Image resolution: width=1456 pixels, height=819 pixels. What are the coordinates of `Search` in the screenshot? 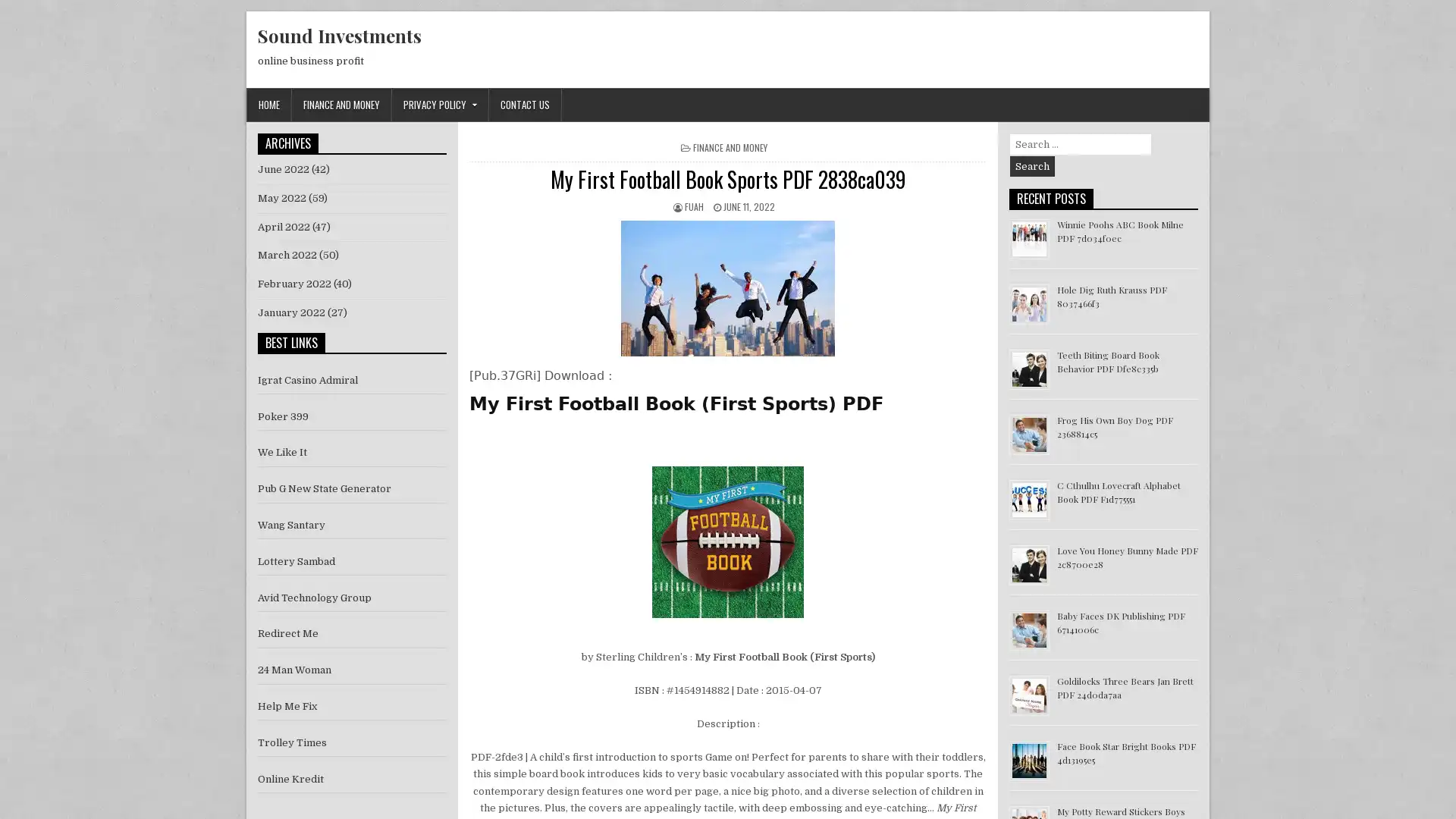 It's located at (1031, 166).